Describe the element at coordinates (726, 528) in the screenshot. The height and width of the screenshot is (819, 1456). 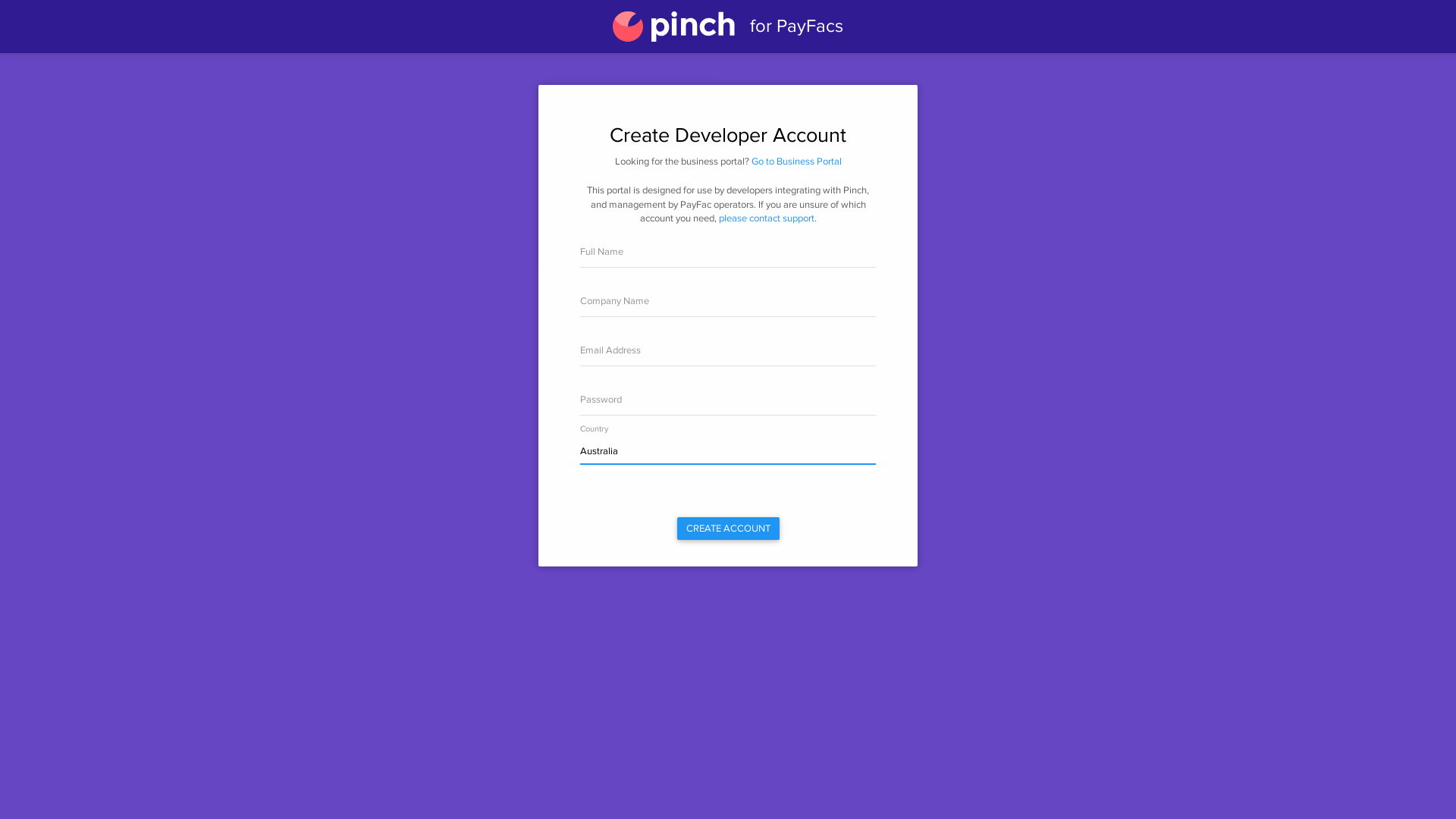
I see `'CREATE ACCOUNT'` at that location.